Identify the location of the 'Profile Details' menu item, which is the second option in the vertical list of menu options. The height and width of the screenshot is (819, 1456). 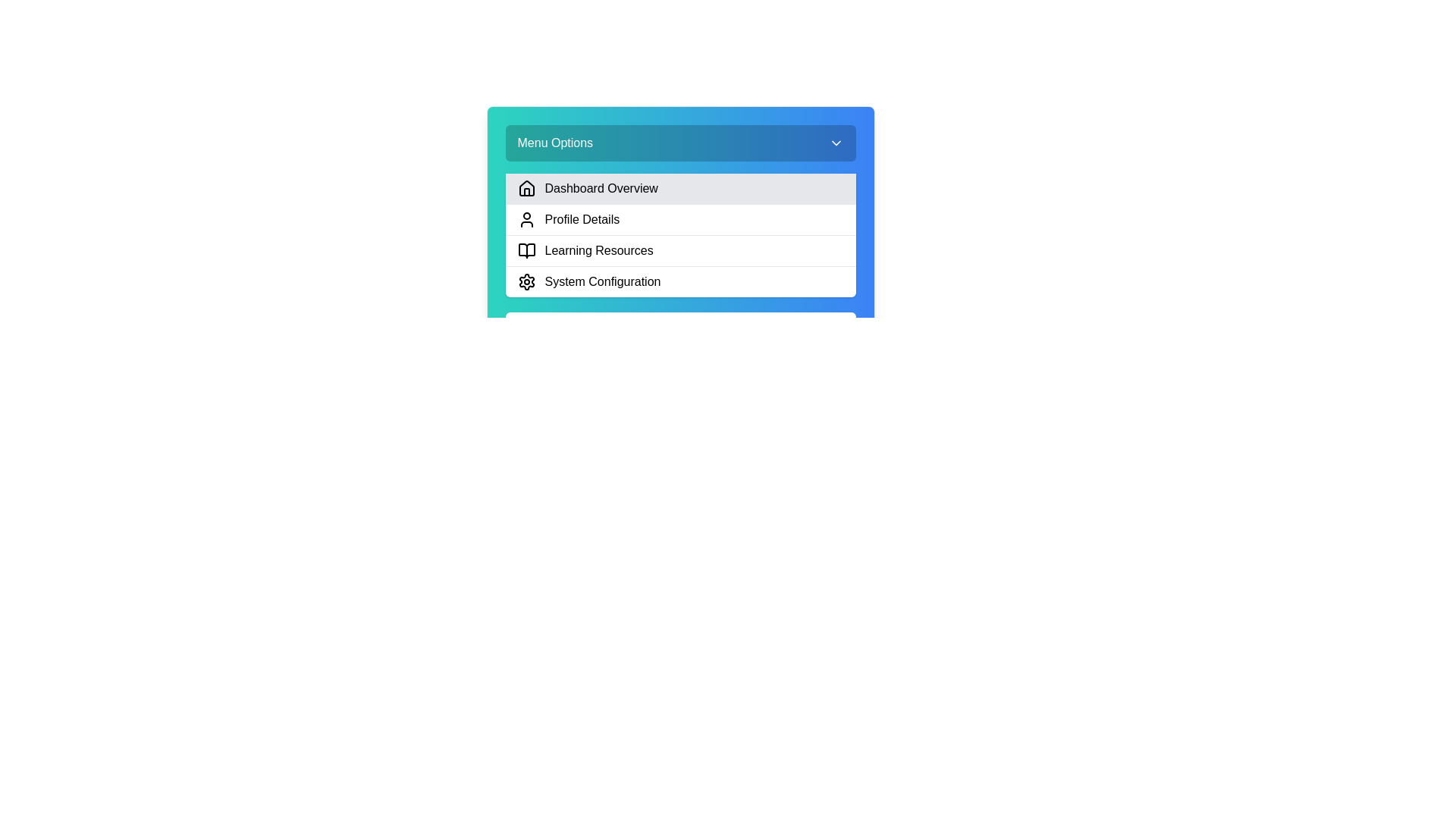
(679, 219).